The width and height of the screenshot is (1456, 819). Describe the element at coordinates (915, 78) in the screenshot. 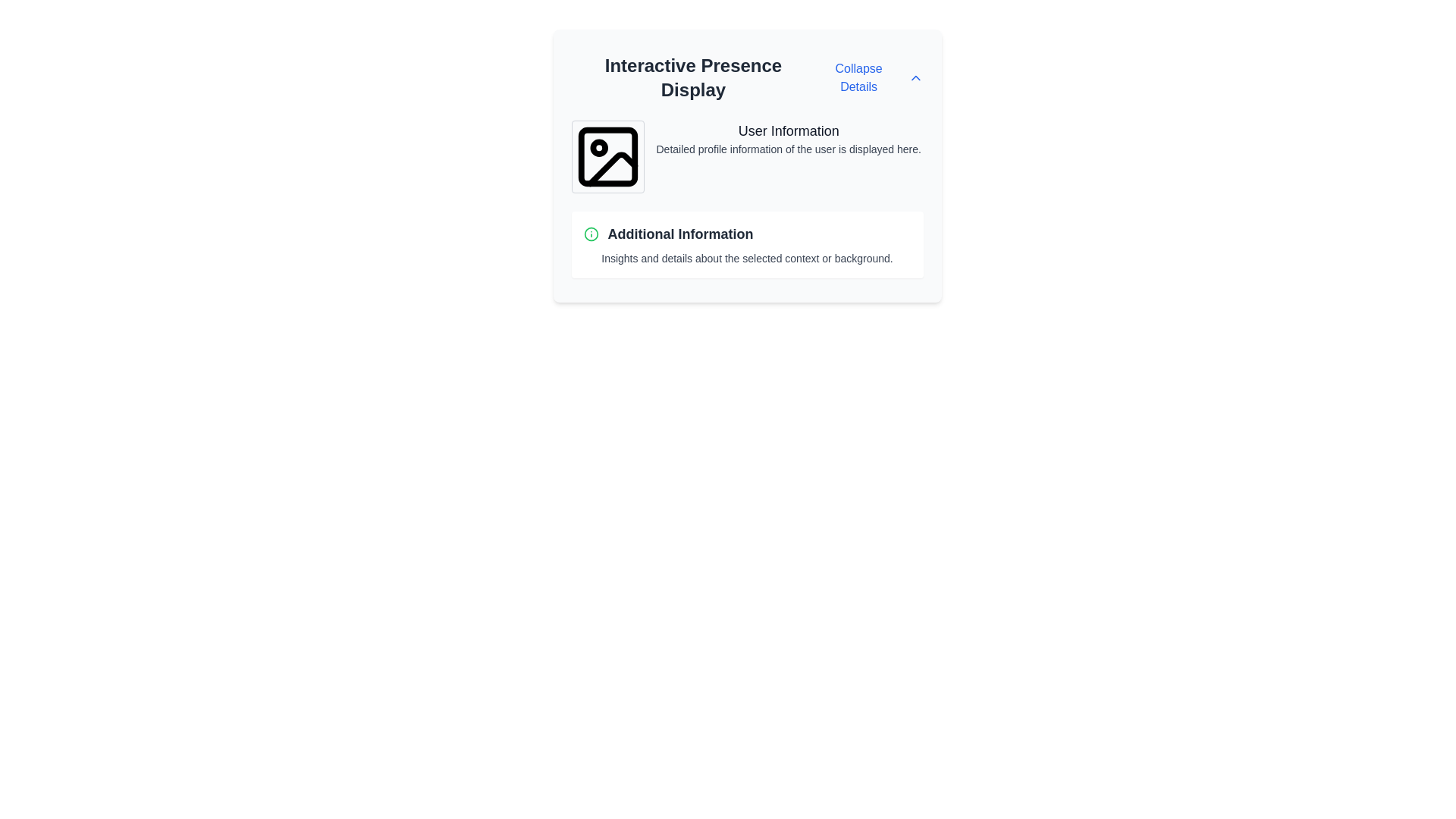

I see `the small upward-pointing chevron icon next to the 'Collapse Details' text` at that location.